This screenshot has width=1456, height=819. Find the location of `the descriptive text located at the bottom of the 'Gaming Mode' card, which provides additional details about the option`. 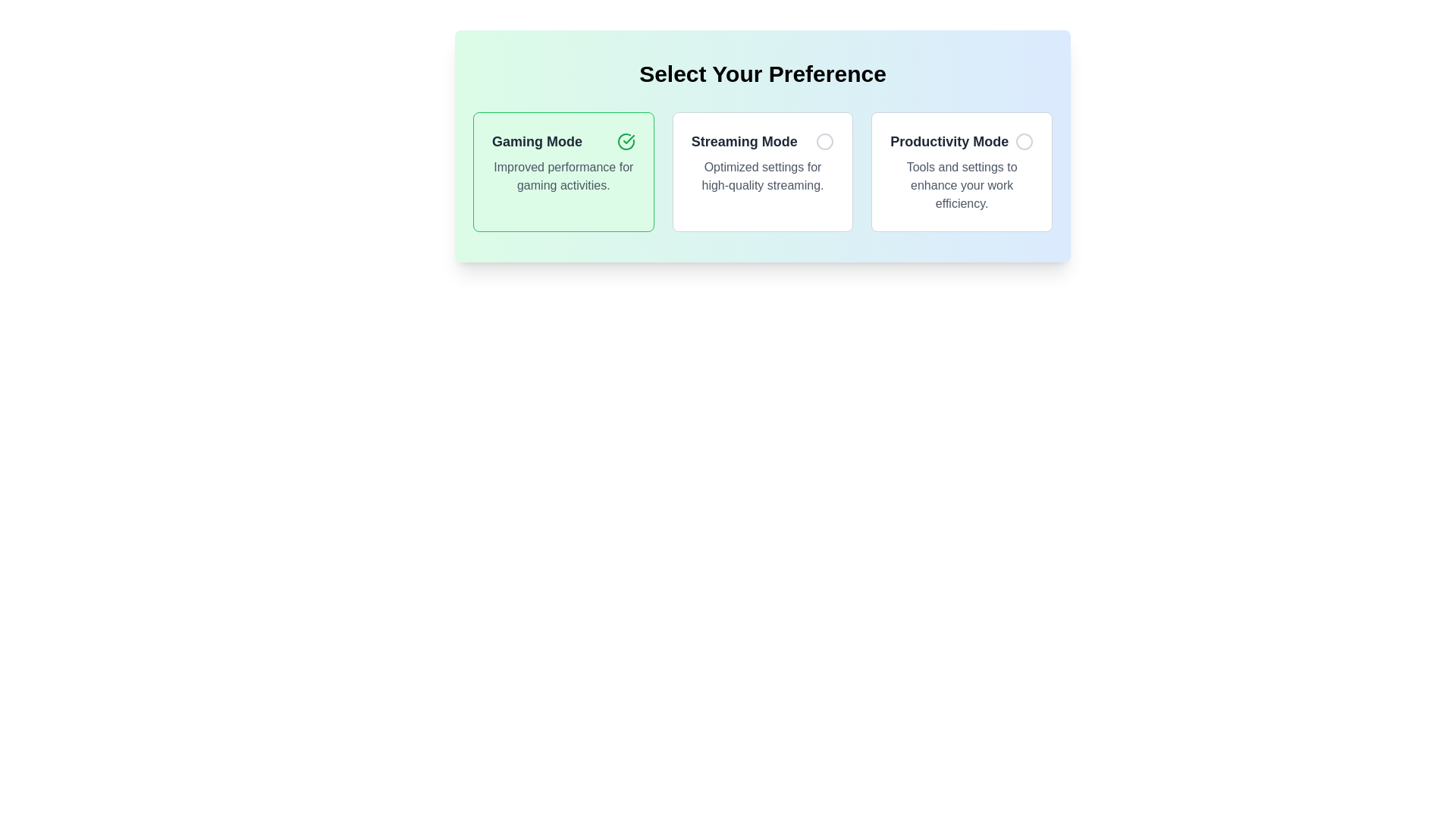

the descriptive text located at the bottom of the 'Gaming Mode' card, which provides additional details about the option is located at coordinates (563, 175).